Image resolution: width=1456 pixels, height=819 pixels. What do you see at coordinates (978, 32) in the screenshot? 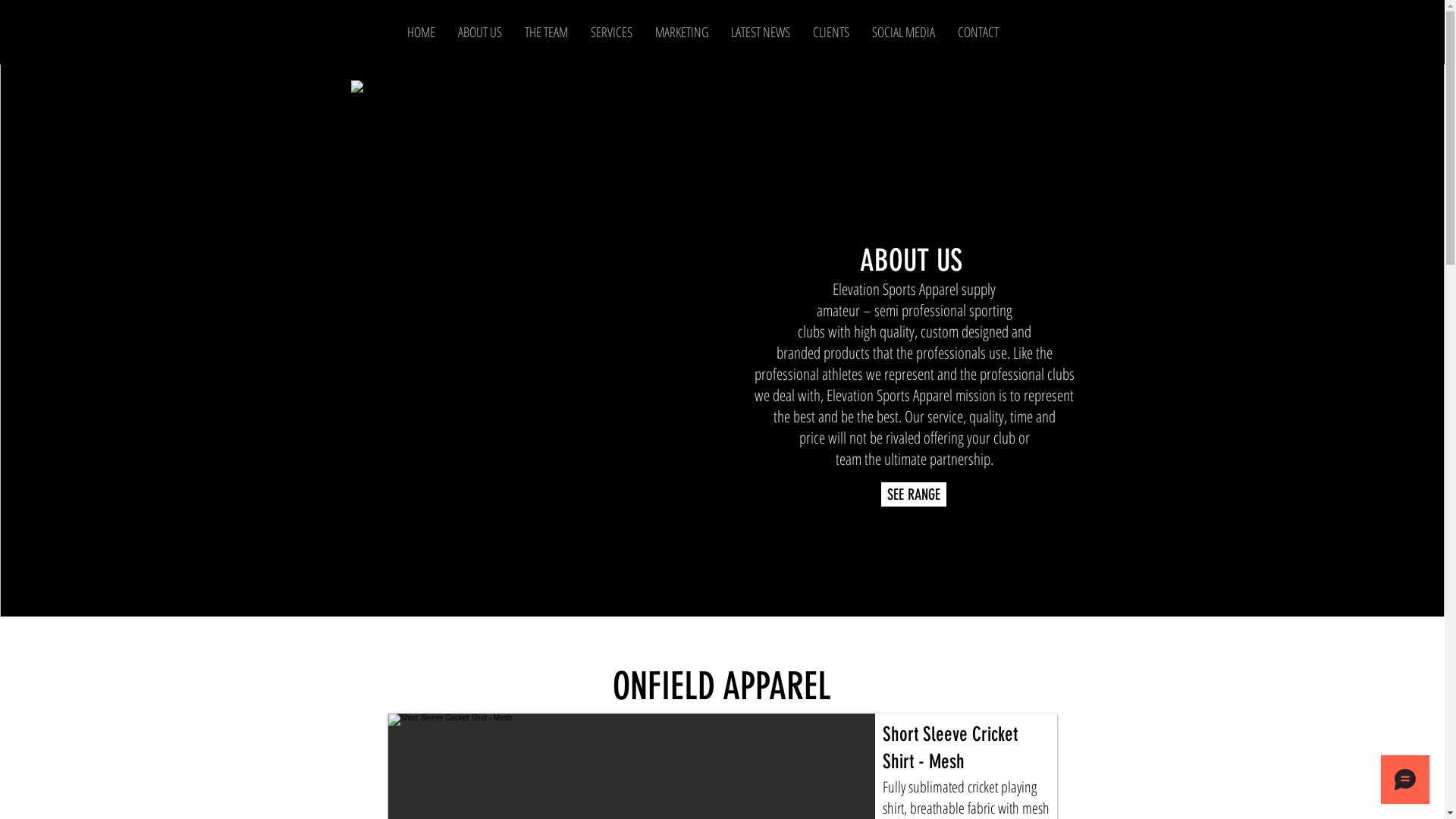
I see `'CONTACT'` at bounding box center [978, 32].